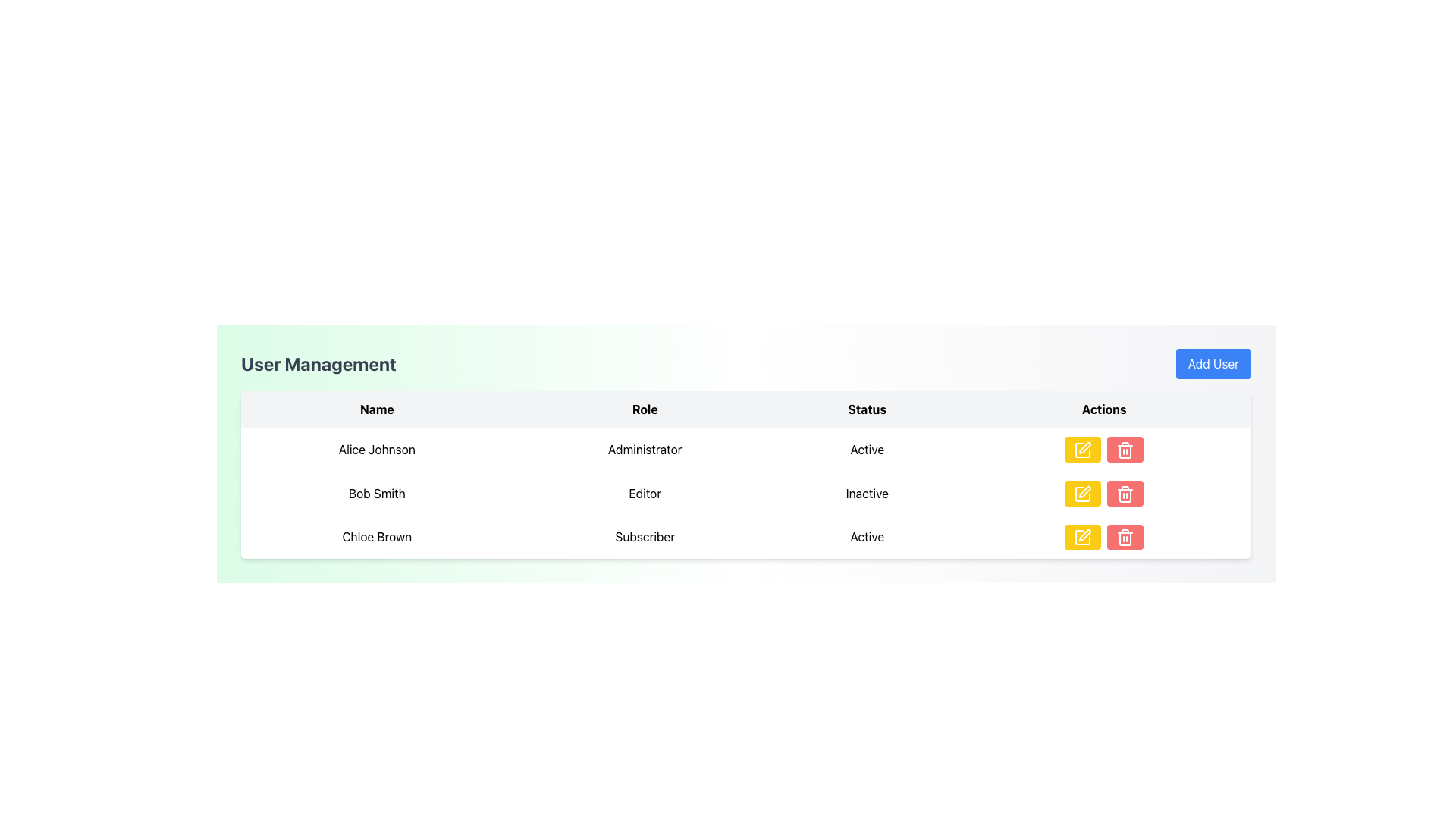 The width and height of the screenshot is (1456, 819). Describe the element at coordinates (745, 536) in the screenshot. I see `the tabular row representing the user 'Chloe Brown' in the 'User Management' section of the data table, which is the third row in the table` at that location.